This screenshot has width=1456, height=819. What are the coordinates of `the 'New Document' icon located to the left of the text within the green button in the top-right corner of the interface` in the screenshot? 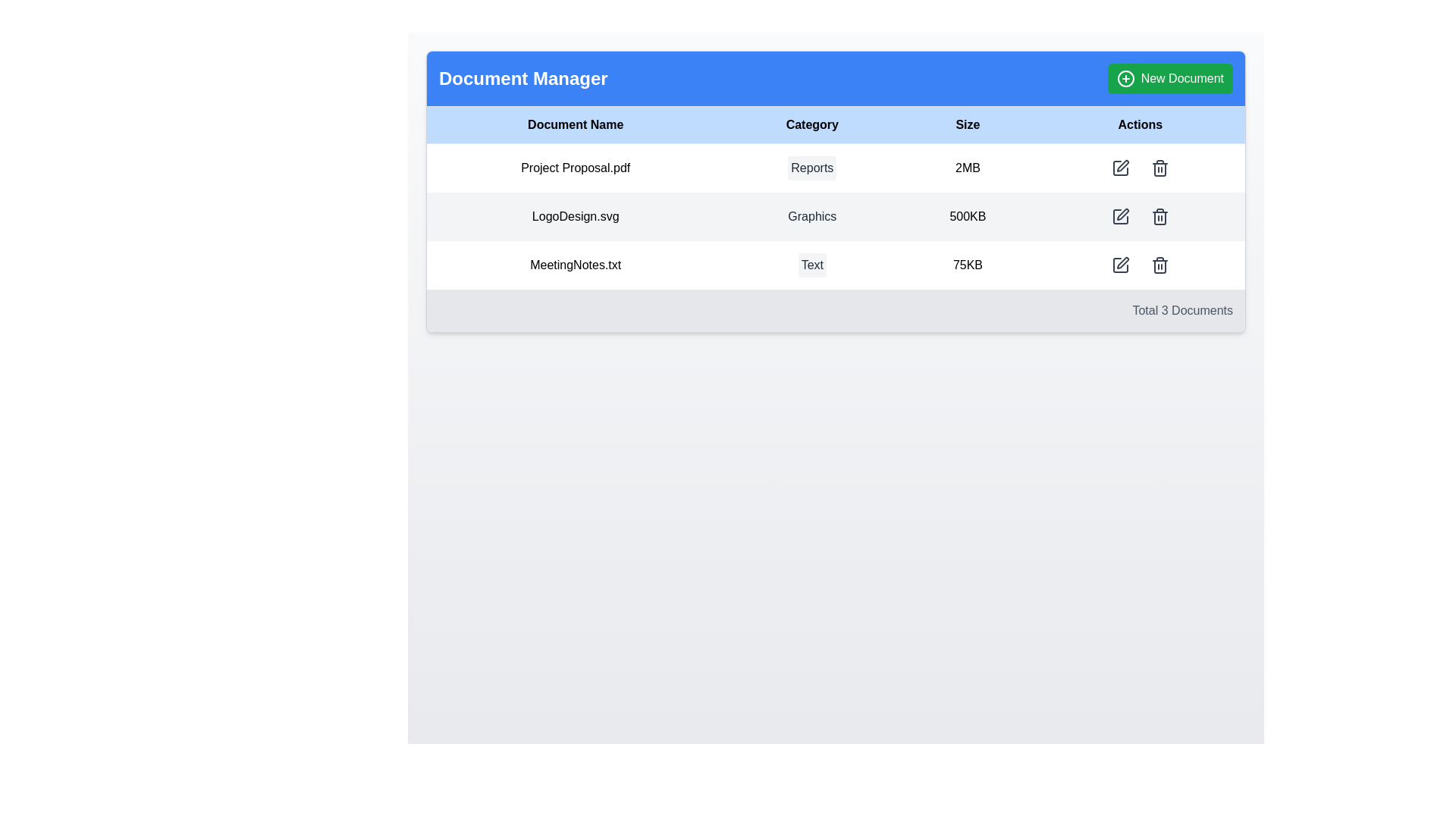 It's located at (1125, 79).